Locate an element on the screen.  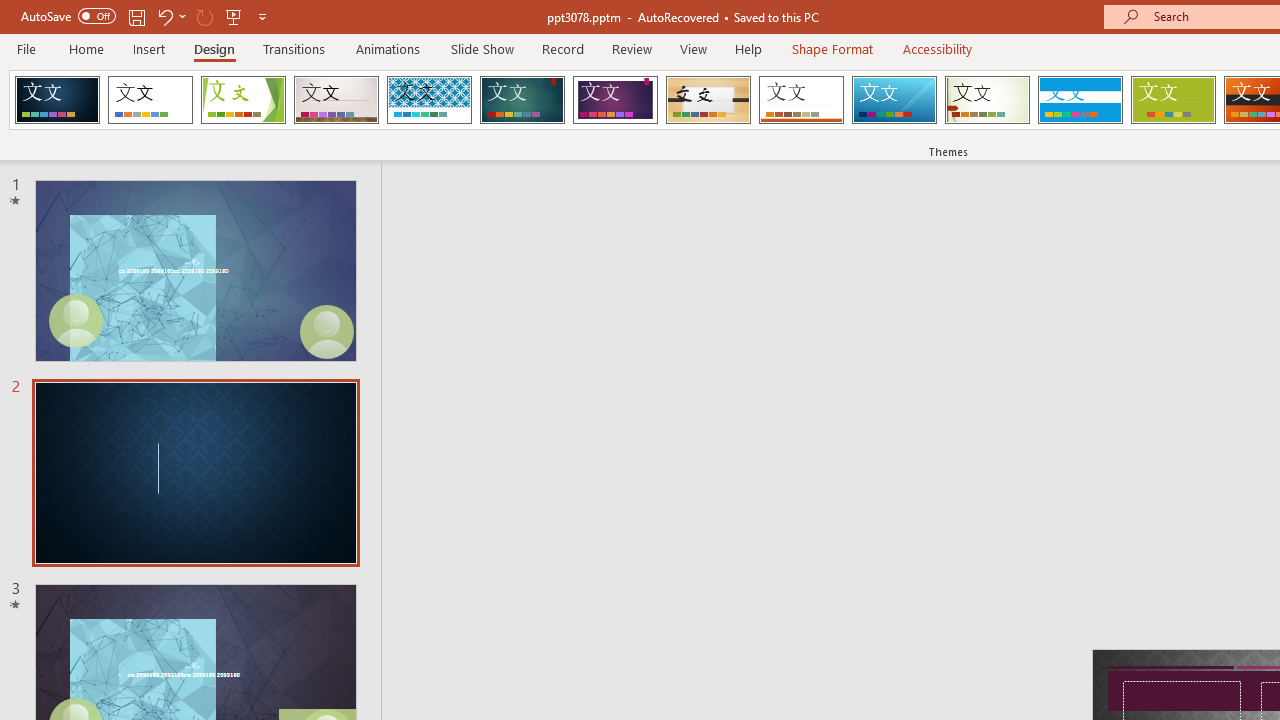
'Integral' is located at coordinates (428, 100).